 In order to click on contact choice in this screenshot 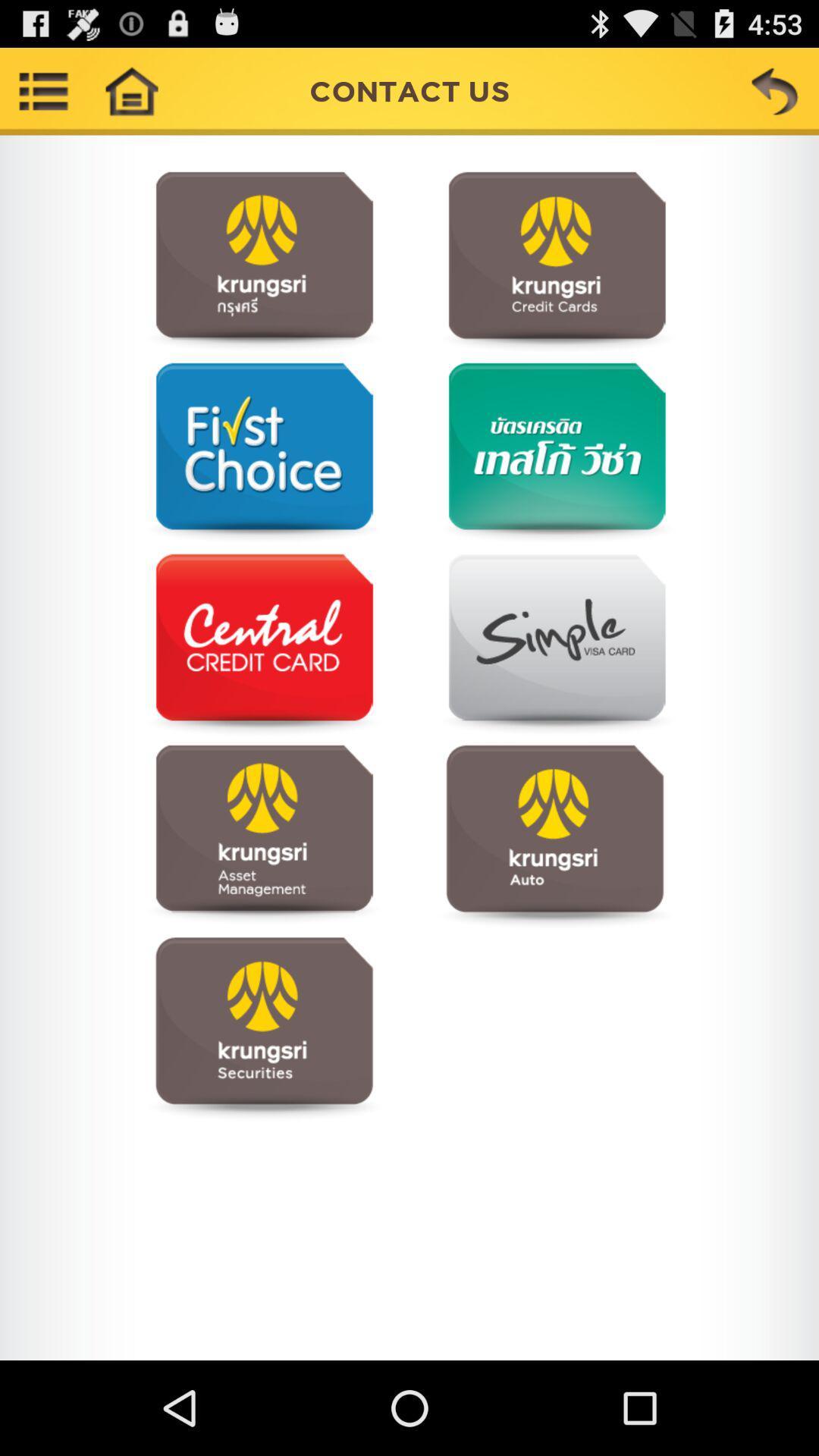, I will do `click(263, 1027)`.